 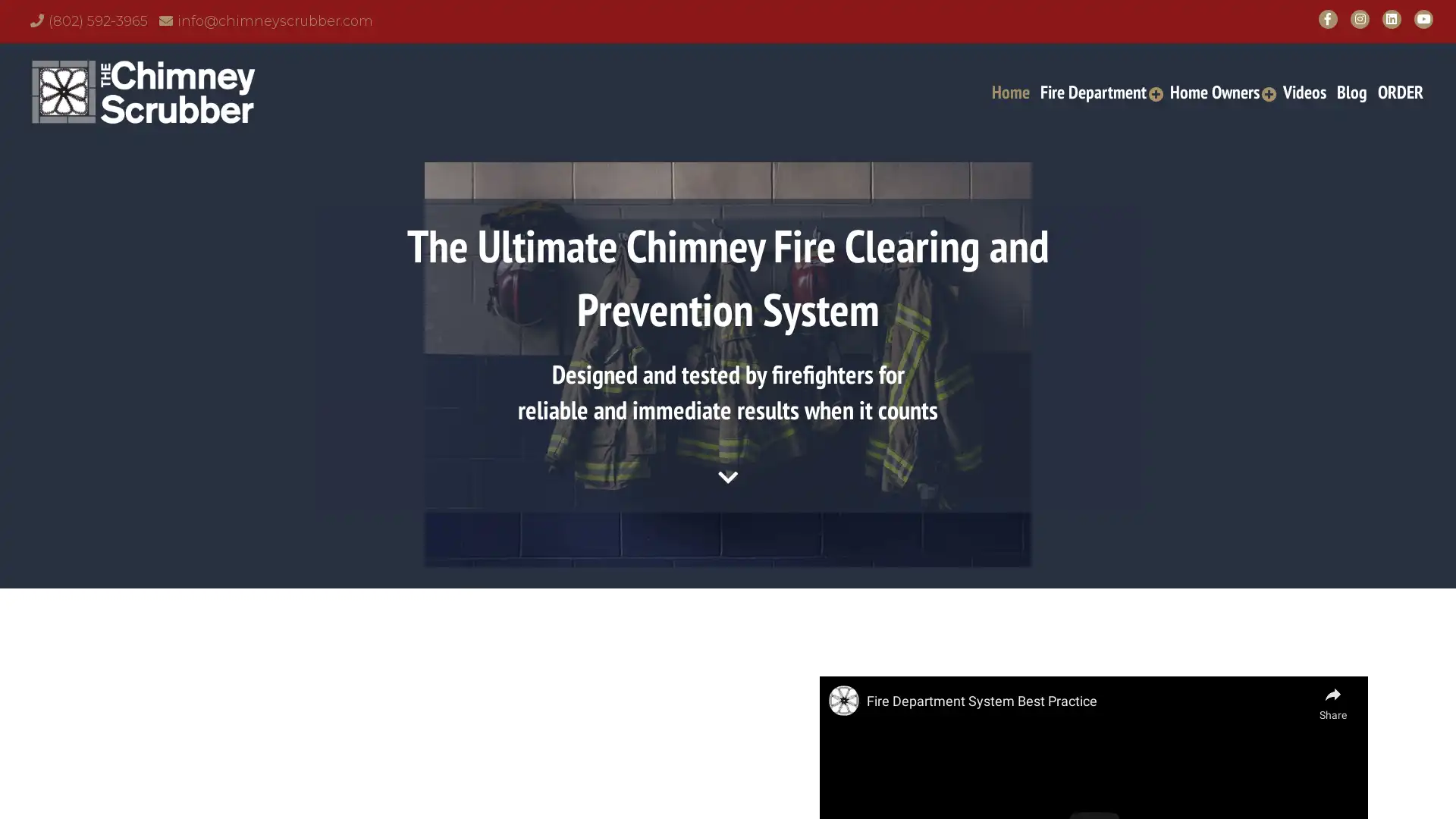 What do you see at coordinates (1360, 17) in the screenshot?
I see `Instagram` at bounding box center [1360, 17].